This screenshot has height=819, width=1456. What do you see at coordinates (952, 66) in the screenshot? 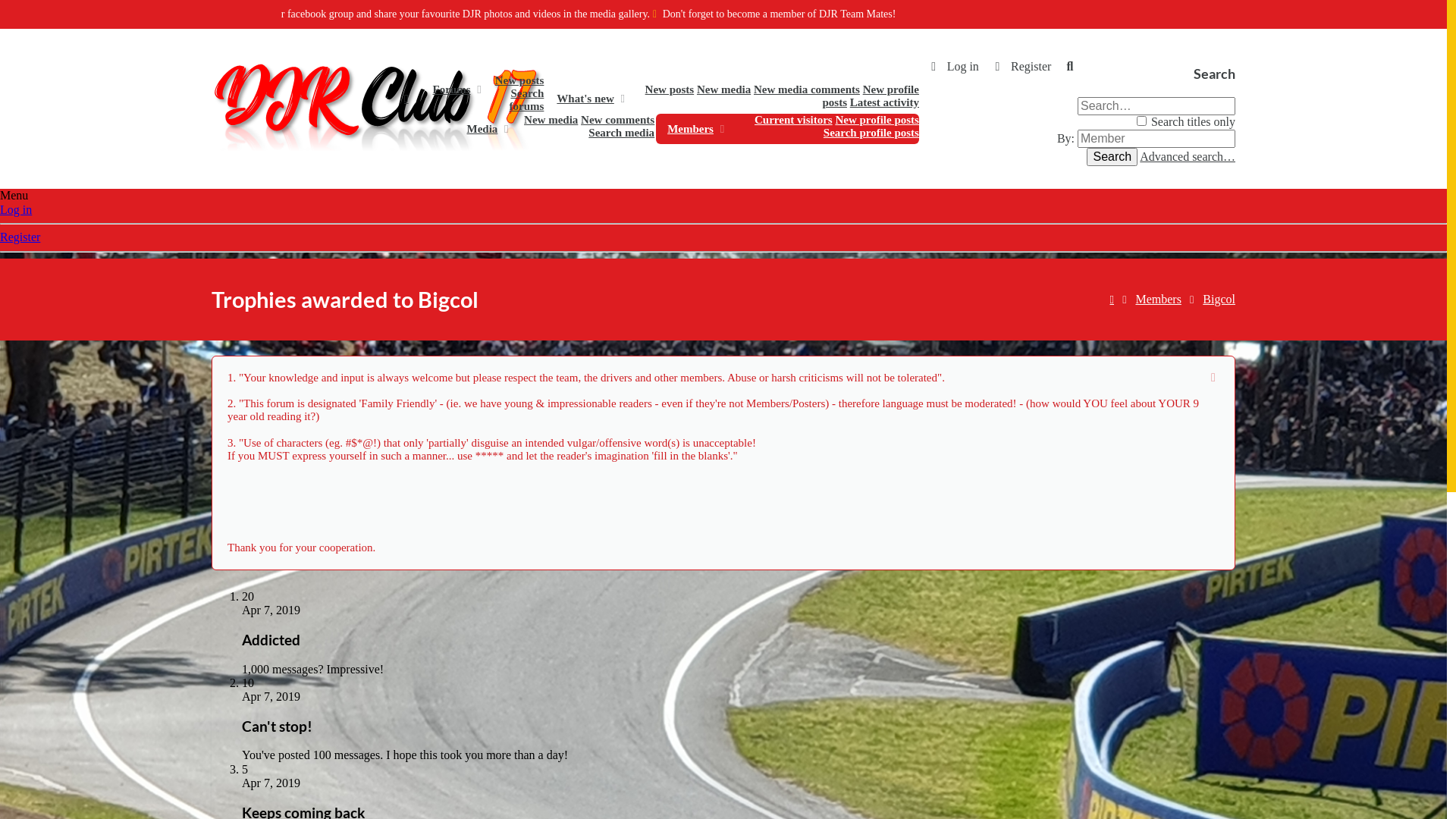
I see `'Log in'` at bounding box center [952, 66].